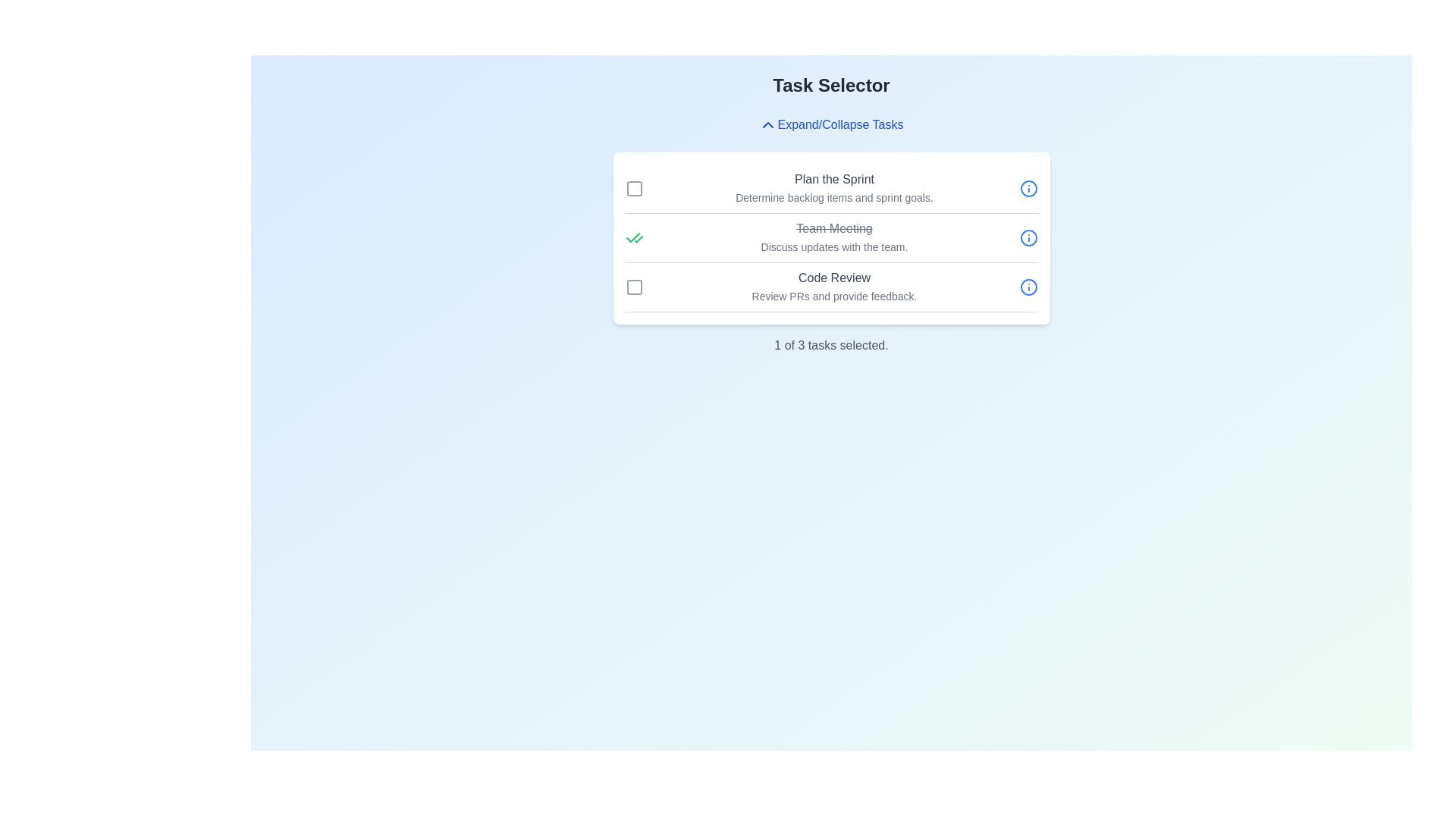  I want to click on the information button for the task 'Team Meeting', so click(1028, 237).